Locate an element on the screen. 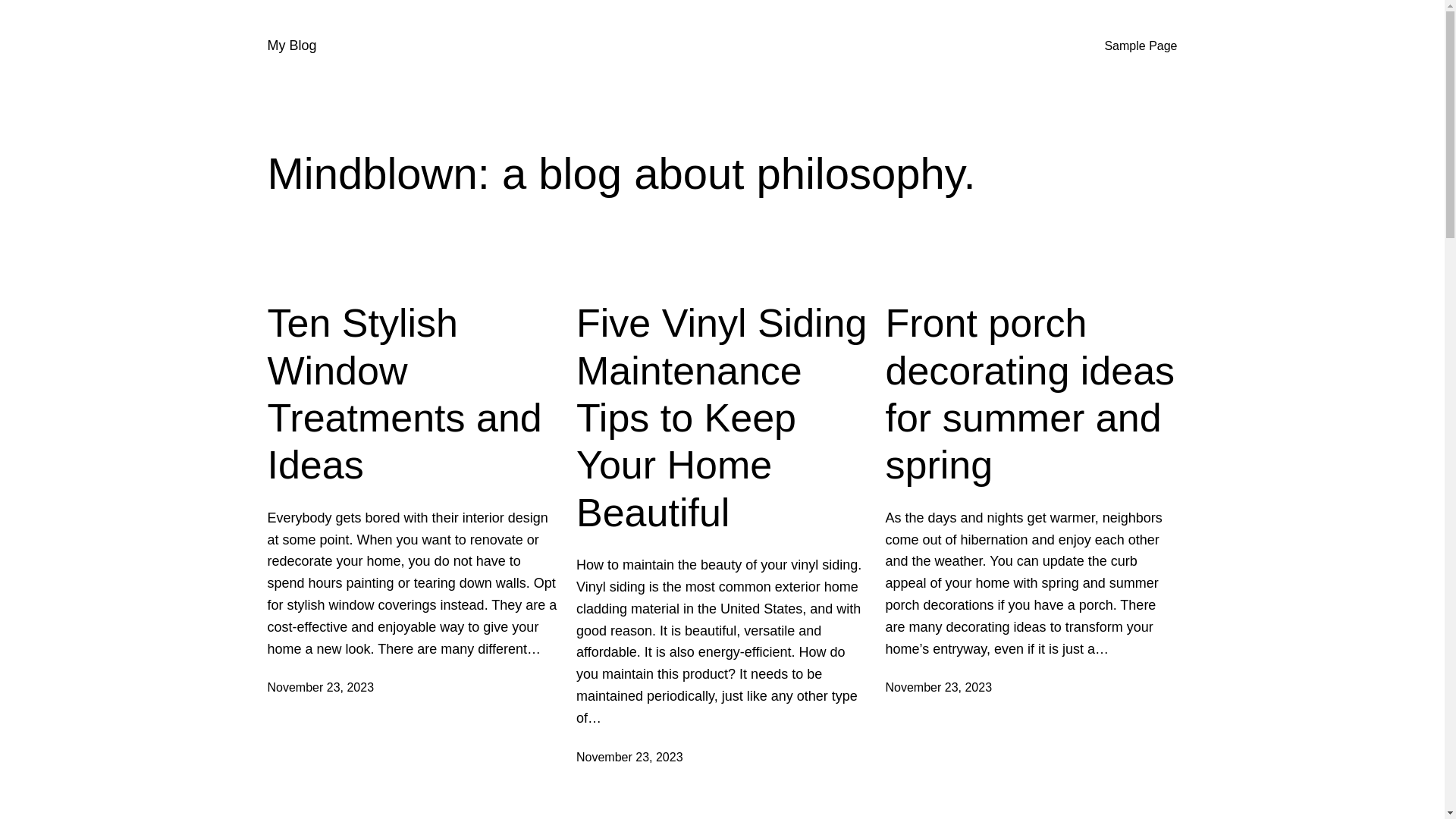 The image size is (1456, 819). 'November 23, 2023' is located at coordinates (319, 687).